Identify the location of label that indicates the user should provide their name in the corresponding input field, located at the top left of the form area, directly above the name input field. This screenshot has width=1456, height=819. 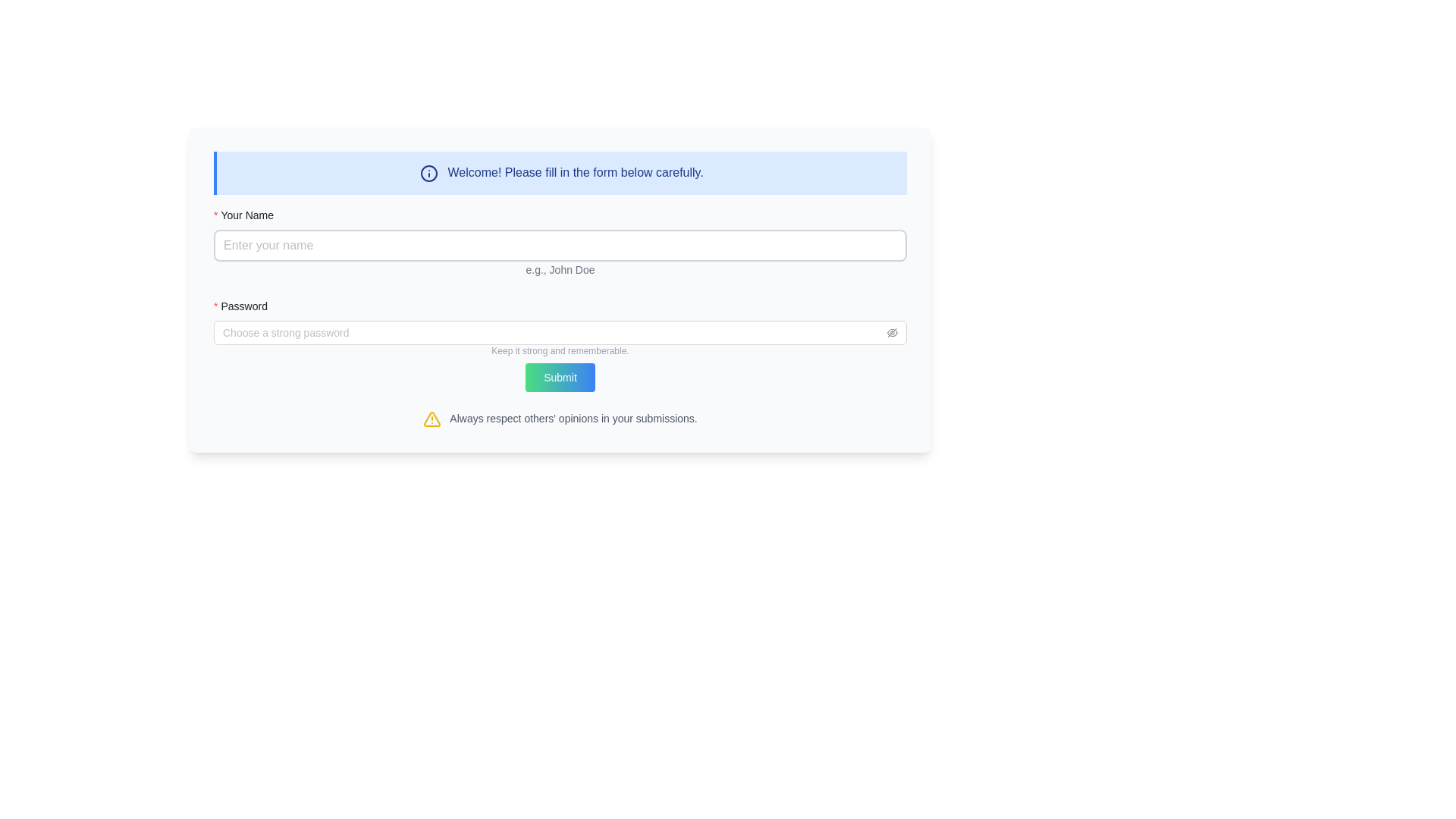
(249, 215).